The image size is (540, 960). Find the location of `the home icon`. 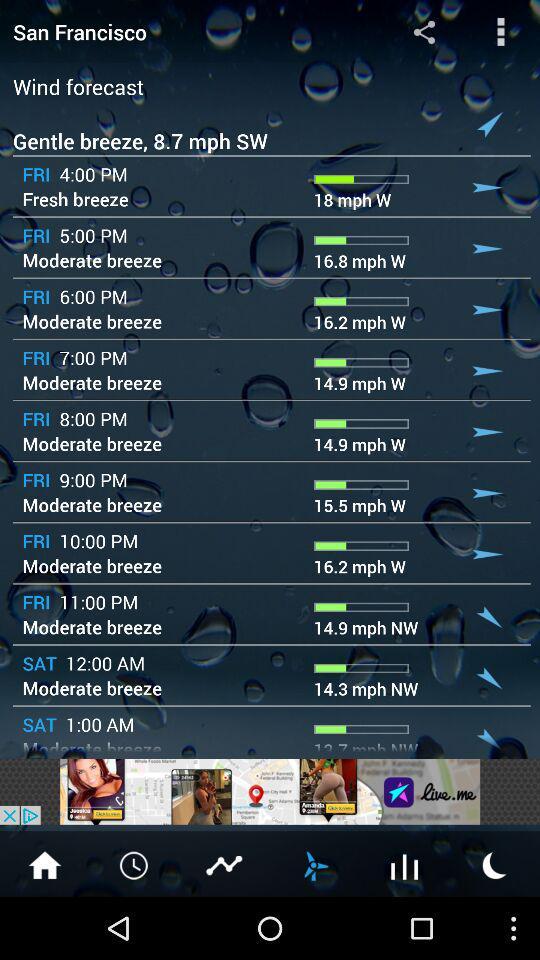

the home icon is located at coordinates (44, 925).